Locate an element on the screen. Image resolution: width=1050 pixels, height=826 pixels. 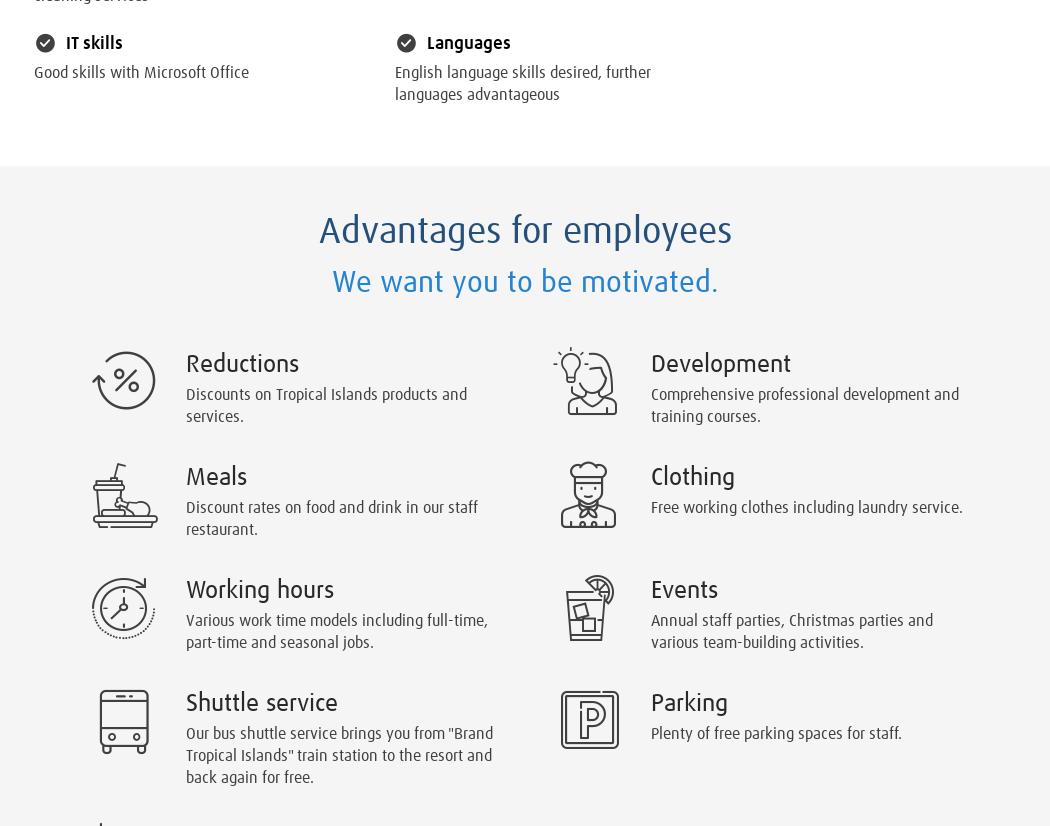
'Clothing' is located at coordinates (693, 477).